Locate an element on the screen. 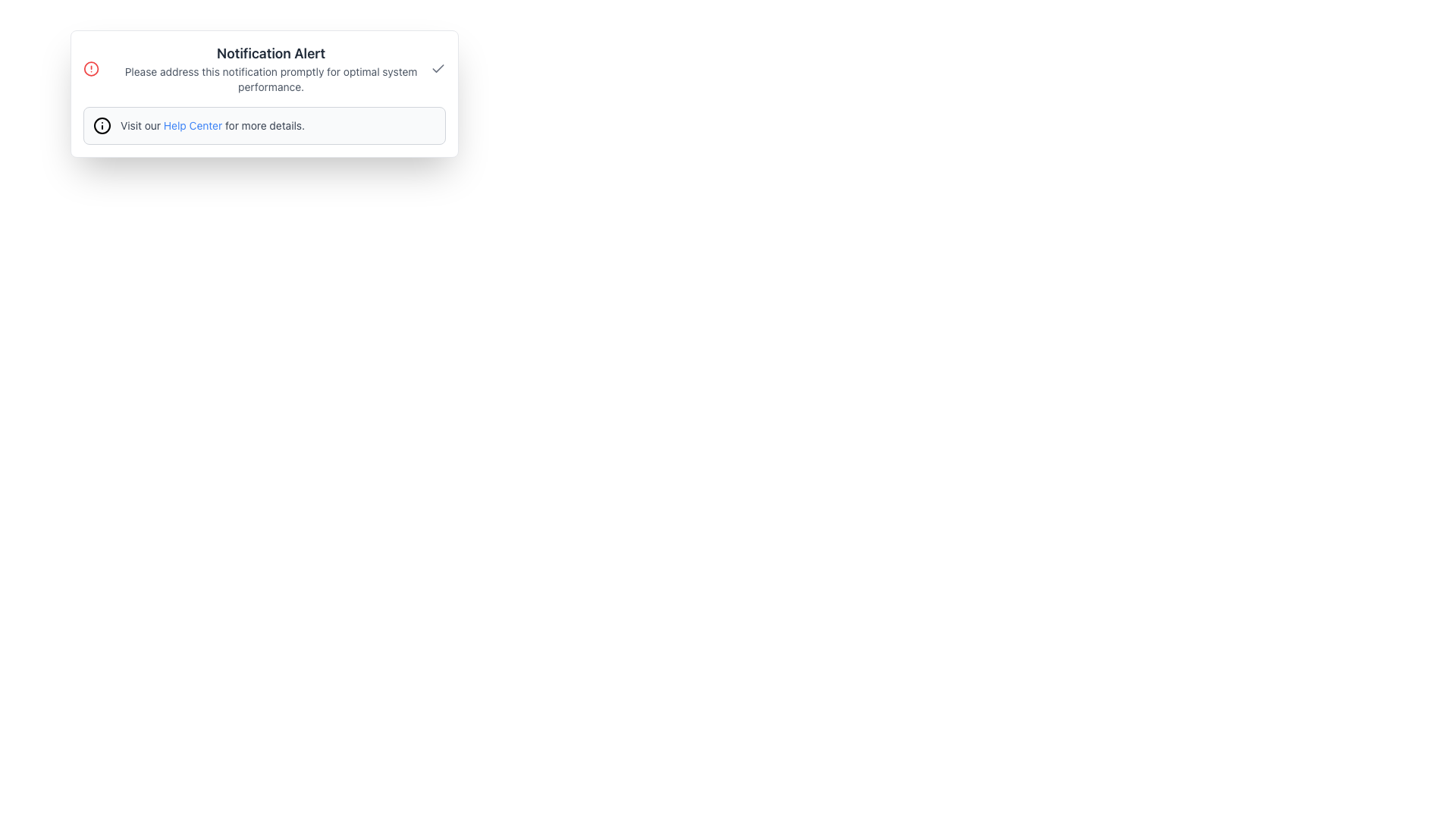  the 'Help Center' hyperlink in the Informational Box with a light gray background, rounded corners, and a black information icon on the left is located at coordinates (265, 124).